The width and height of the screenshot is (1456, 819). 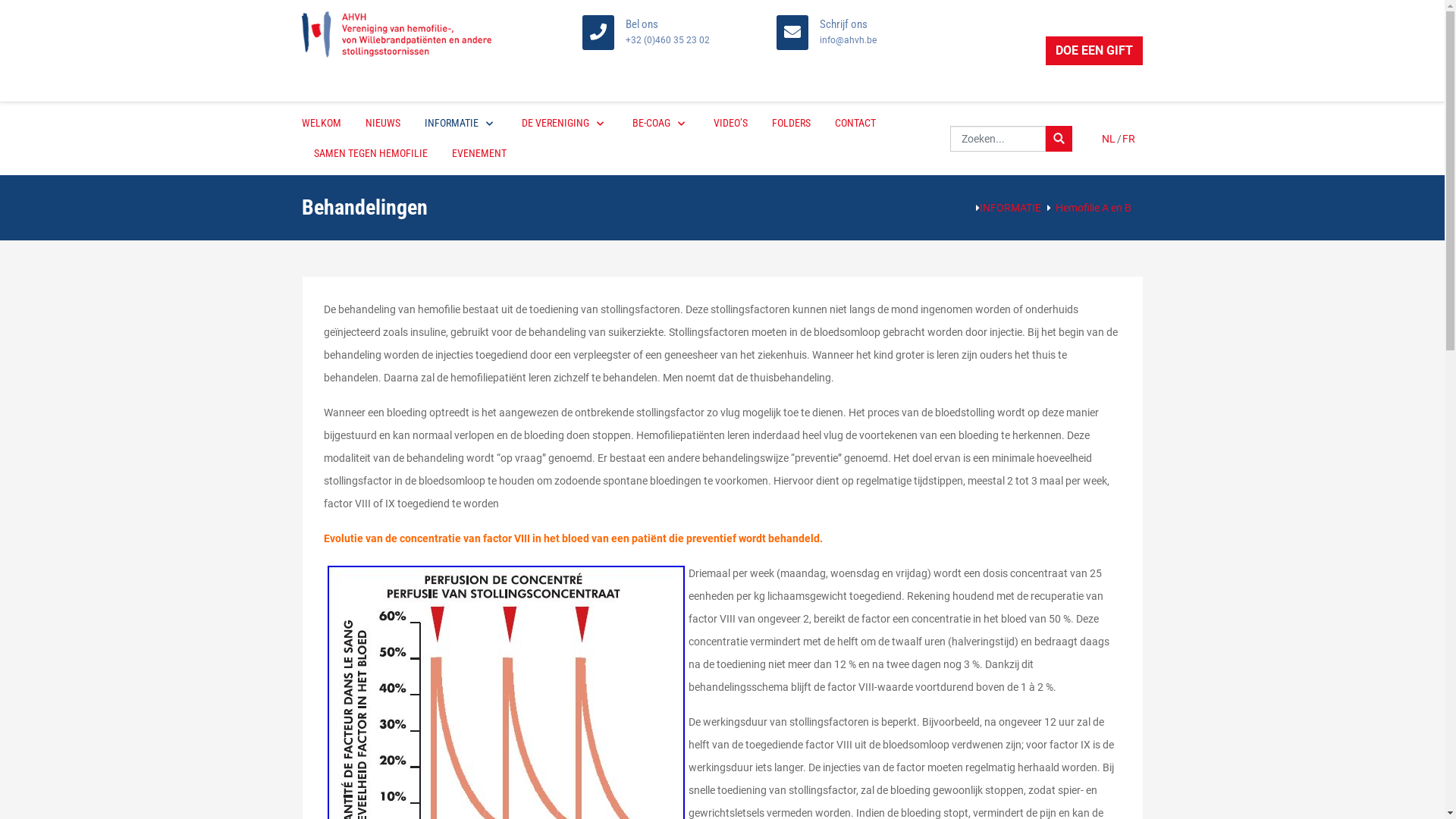 I want to click on 'info@ahvh.be', so click(x=847, y=39).